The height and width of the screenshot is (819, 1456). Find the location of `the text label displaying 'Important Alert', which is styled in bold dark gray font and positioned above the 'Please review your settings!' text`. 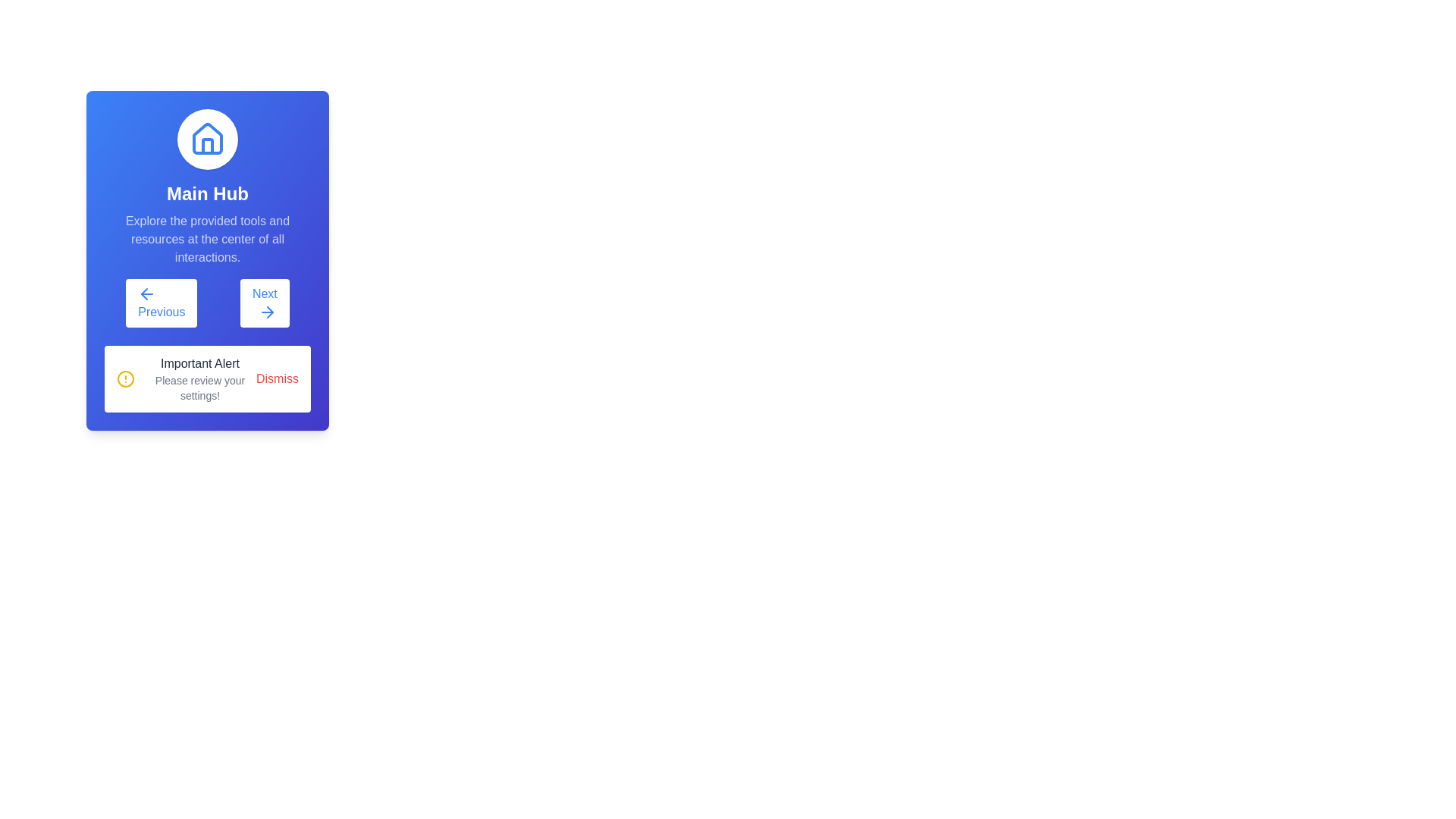

the text label displaying 'Important Alert', which is styled in bold dark gray font and positioned above the 'Please review your settings!' text is located at coordinates (199, 363).